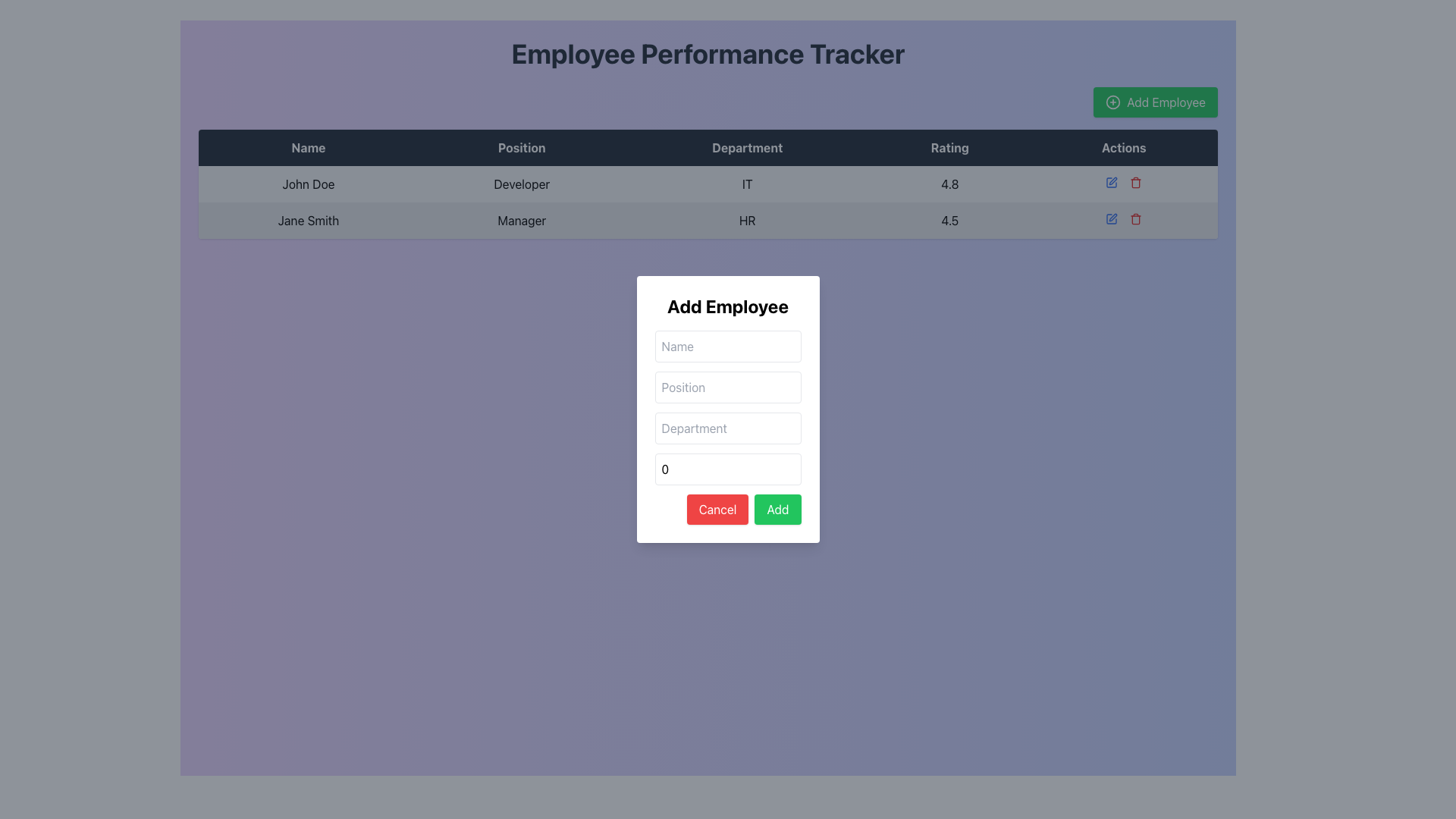 The image size is (1456, 819). I want to click on the second row of the tabular format containing the details 'Jane Smith', 'Manager', 'HR', and '4.5', so click(708, 220).